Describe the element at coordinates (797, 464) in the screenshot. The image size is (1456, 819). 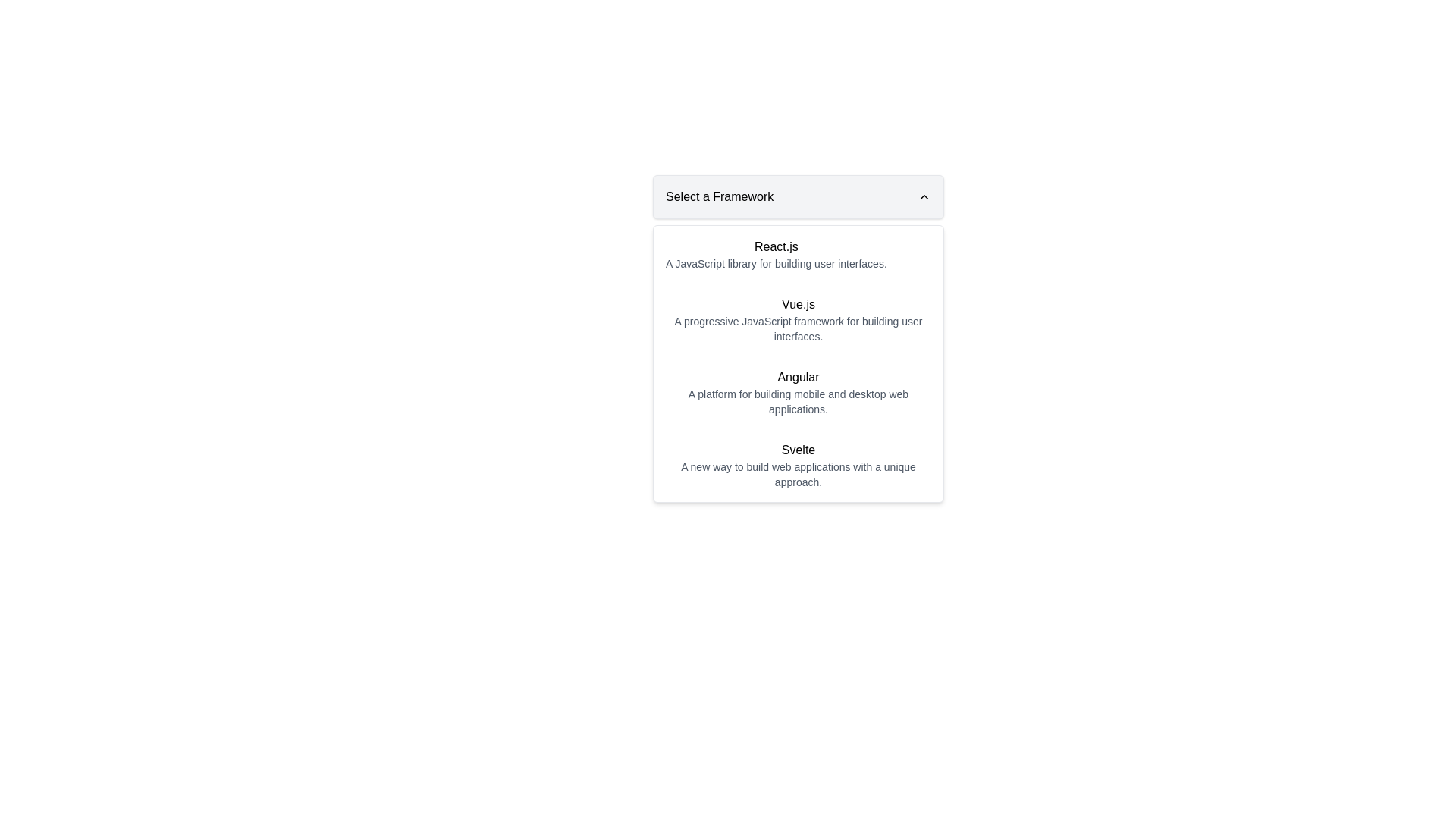
I see `the 'Svelte' framework option card, which is the fourth item in the dropdown menu list` at that location.